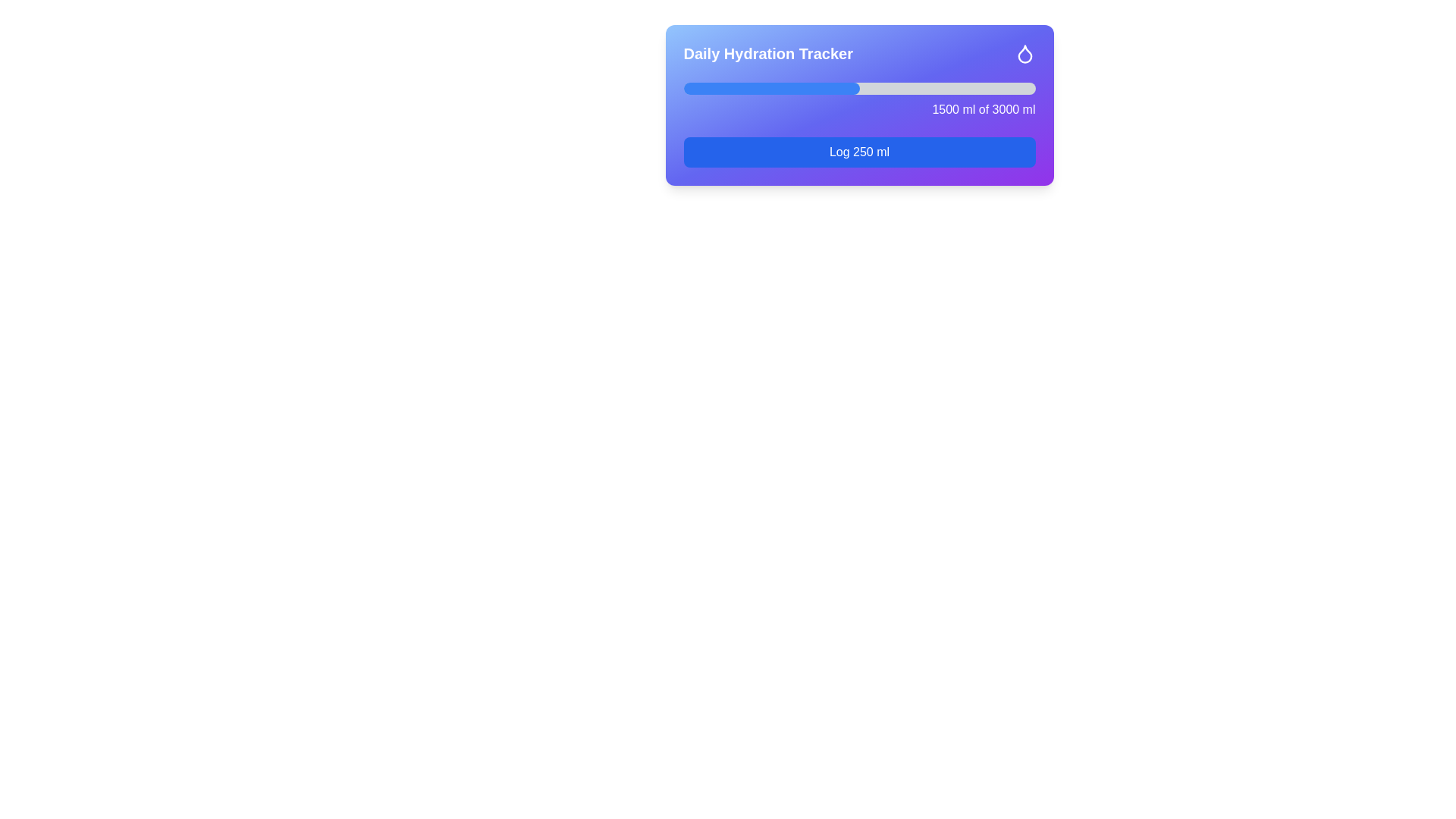 The image size is (1456, 819). Describe the element at coordinates (859, 152) in the screenshot. I see `the button at the bottom of the 'Daily Hydration Tracker' widget to log an additional 250 ml of hydration intake` at that location.